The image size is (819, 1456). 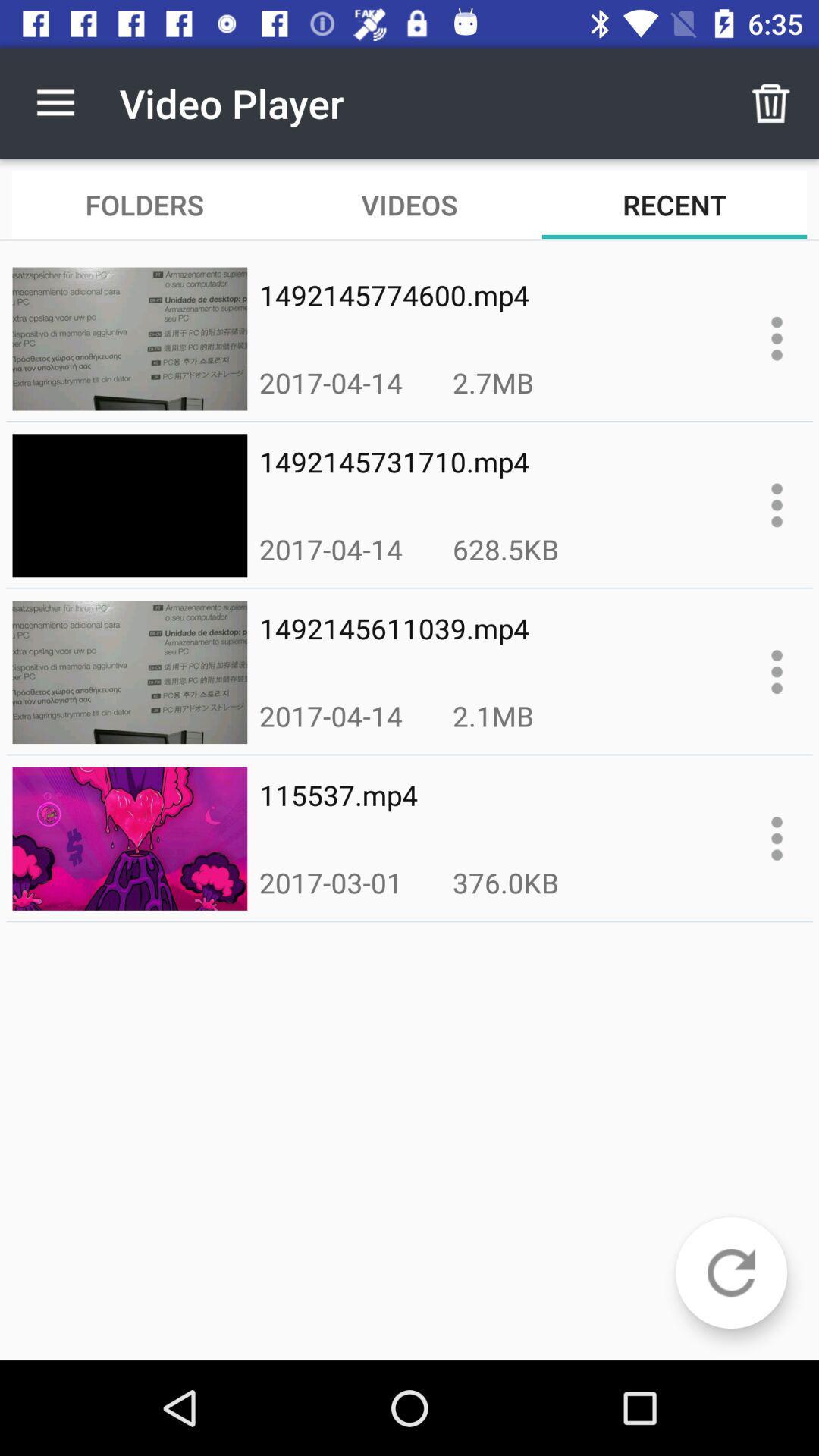 I want to click on icon to the right of video player icon, so click(x=771, y=102).